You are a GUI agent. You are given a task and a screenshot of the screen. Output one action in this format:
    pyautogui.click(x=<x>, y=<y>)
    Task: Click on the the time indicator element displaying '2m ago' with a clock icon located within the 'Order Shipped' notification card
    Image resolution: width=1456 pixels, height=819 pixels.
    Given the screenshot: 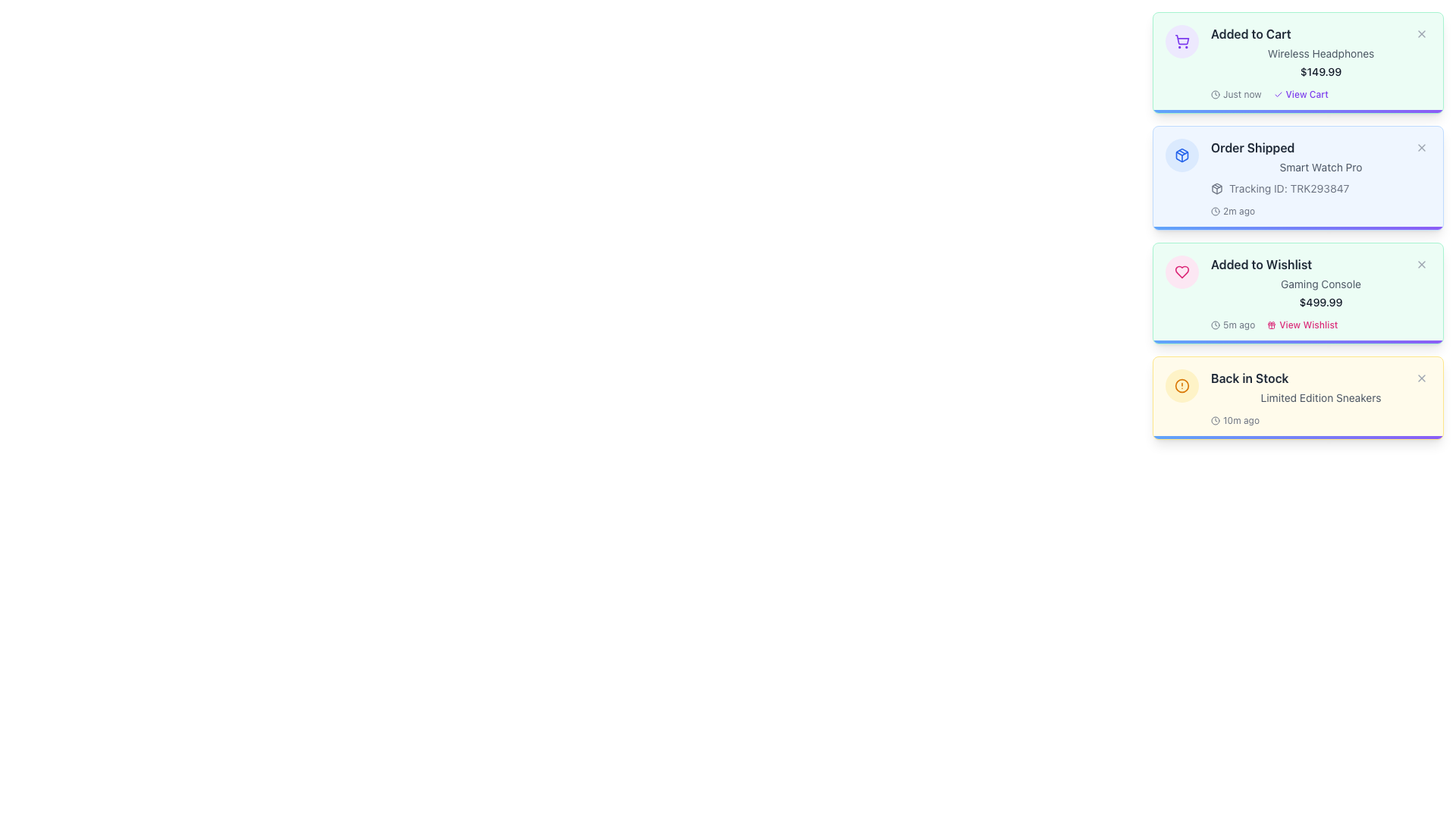 What is the action you would take?
    pyautogui.click(x=1233, y=211)
    